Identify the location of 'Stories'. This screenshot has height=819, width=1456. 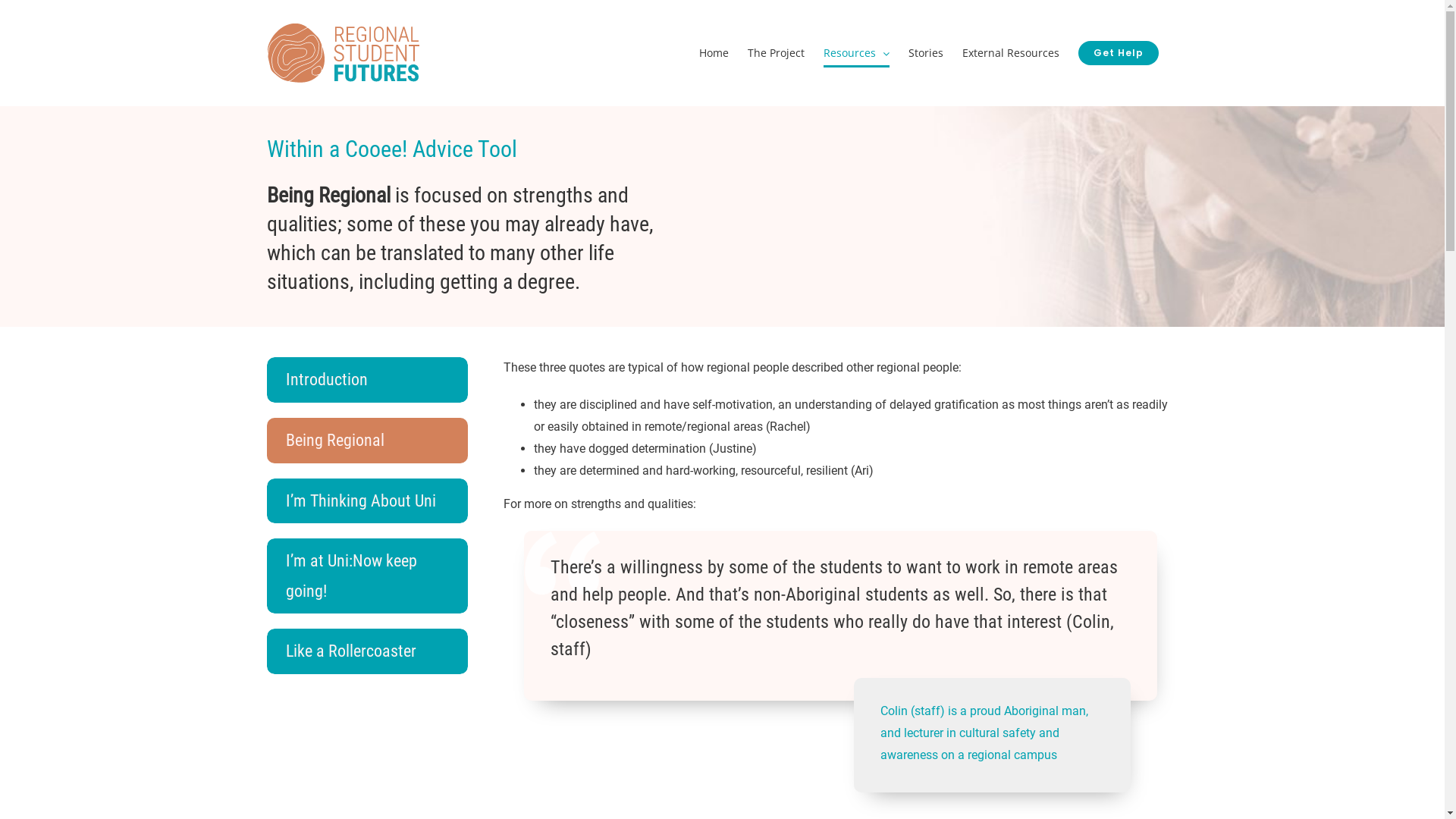
(924, 52).